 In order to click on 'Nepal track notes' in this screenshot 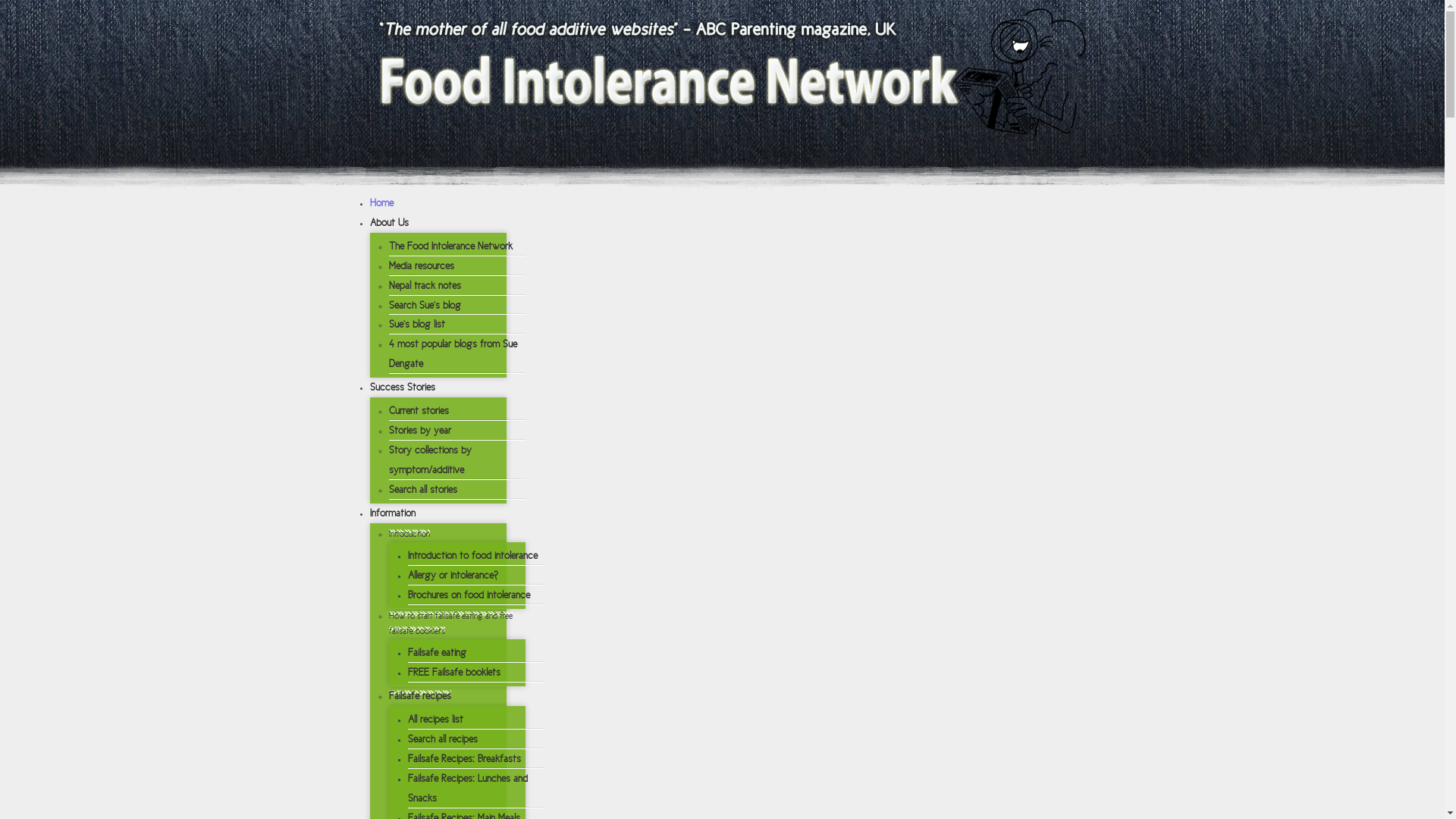, I will do `click(388, 285)`.